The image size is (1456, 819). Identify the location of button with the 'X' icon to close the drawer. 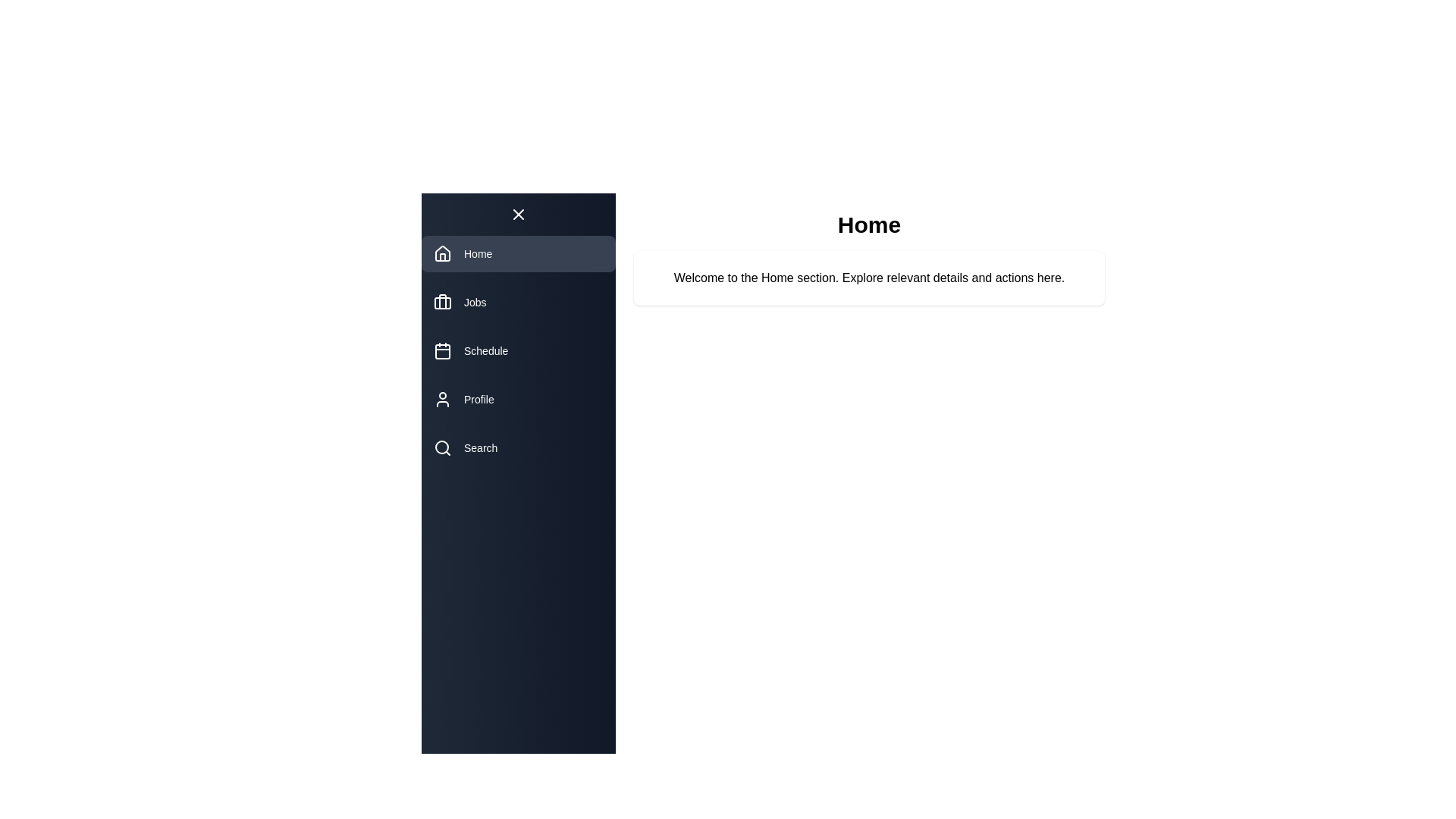
(519, 214).